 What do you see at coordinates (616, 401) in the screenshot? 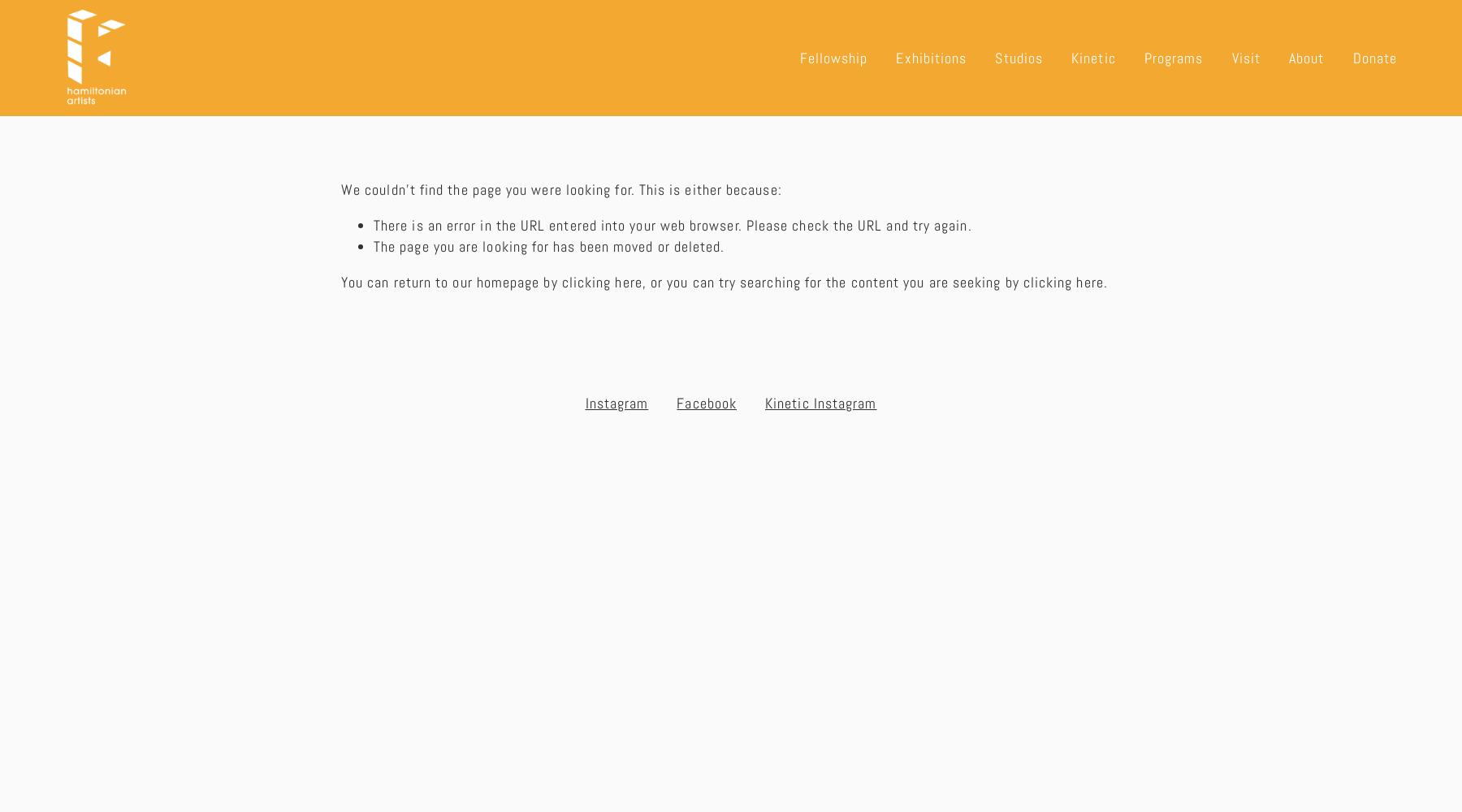
I see `'Instagram'` at bounding box center [616, 401].